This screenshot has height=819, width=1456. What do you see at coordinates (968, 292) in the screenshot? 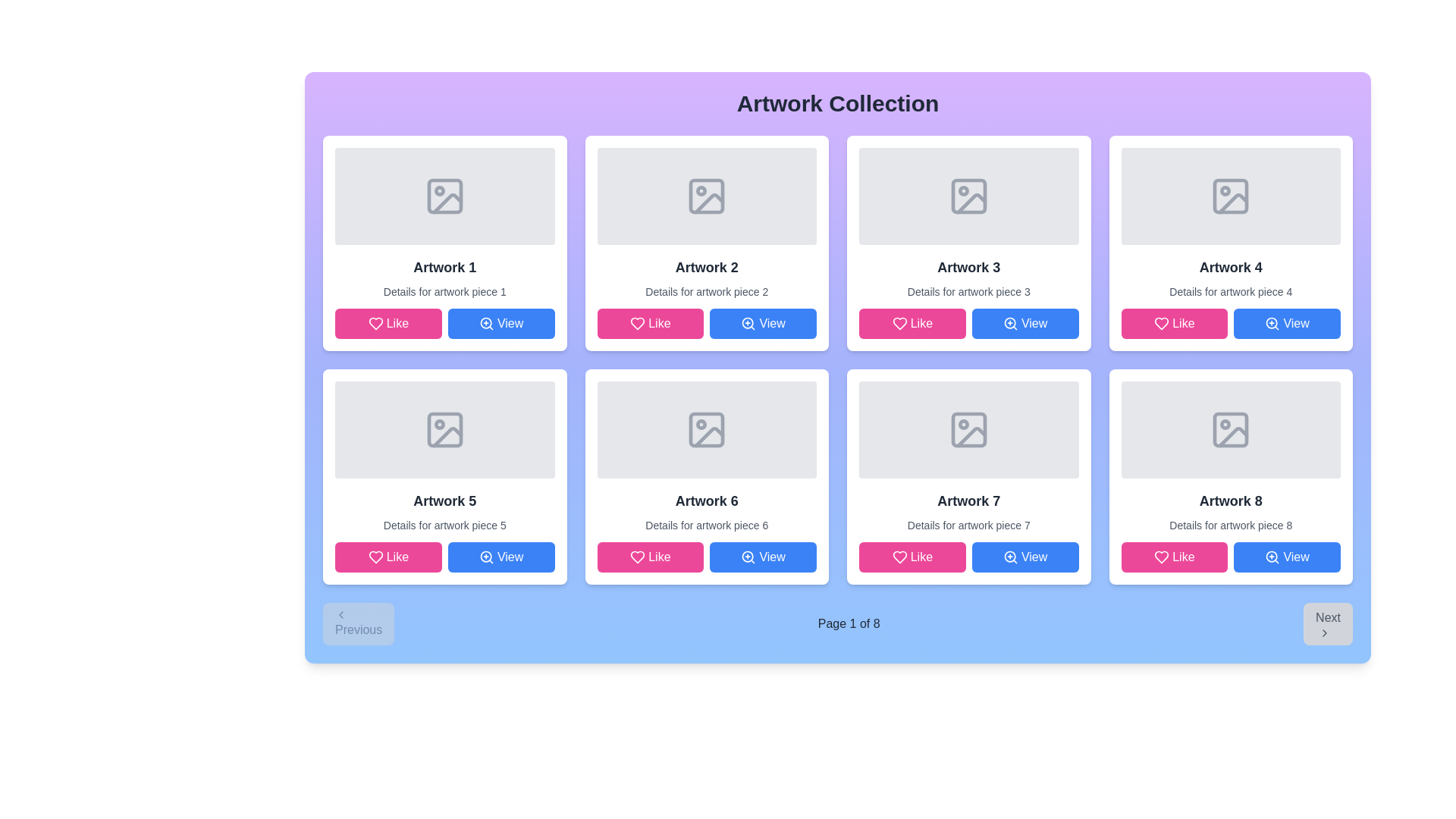
I see `text 'Details for artwork piece 3' which is displayed in a smaller gray font below the title 'Artwork 3' in the third card of the first row` at bounding box center [968, 292].